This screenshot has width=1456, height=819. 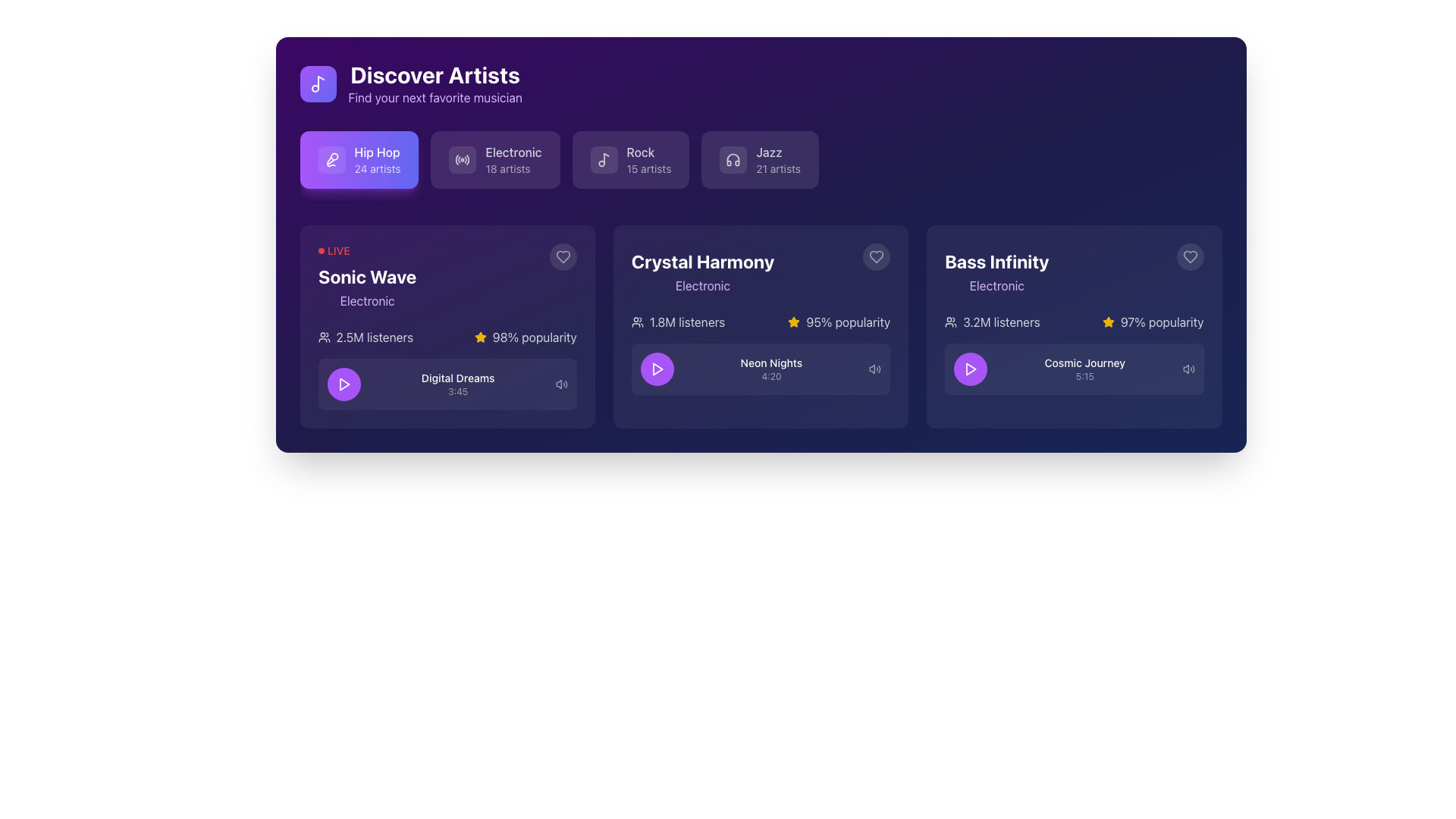 I want to click on the popularity percentage text label of the music entity 'Sonic Wave' located, so click(x=535, y=336).